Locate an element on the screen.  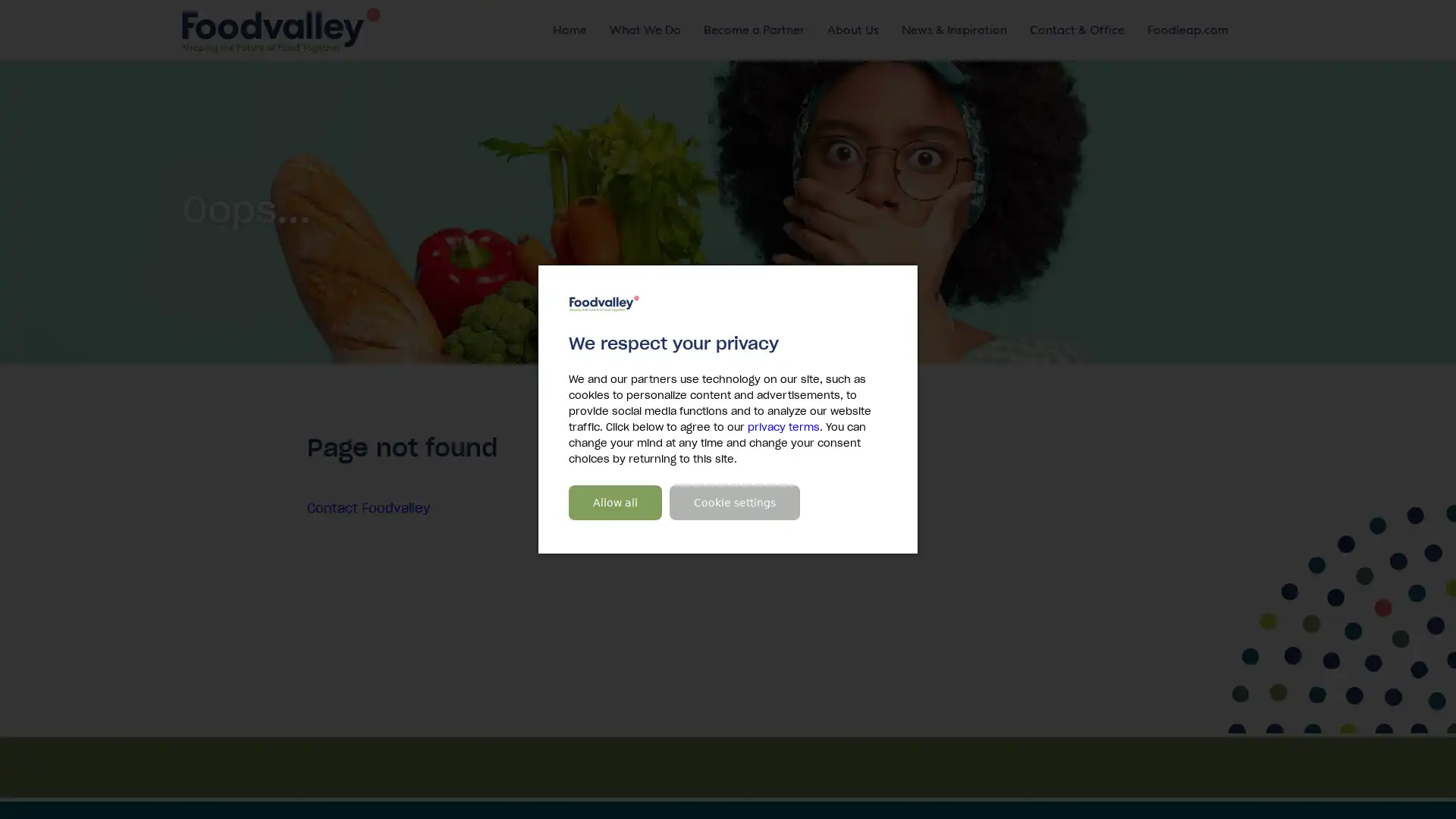
Allow all is located at coordinates (615, 503).